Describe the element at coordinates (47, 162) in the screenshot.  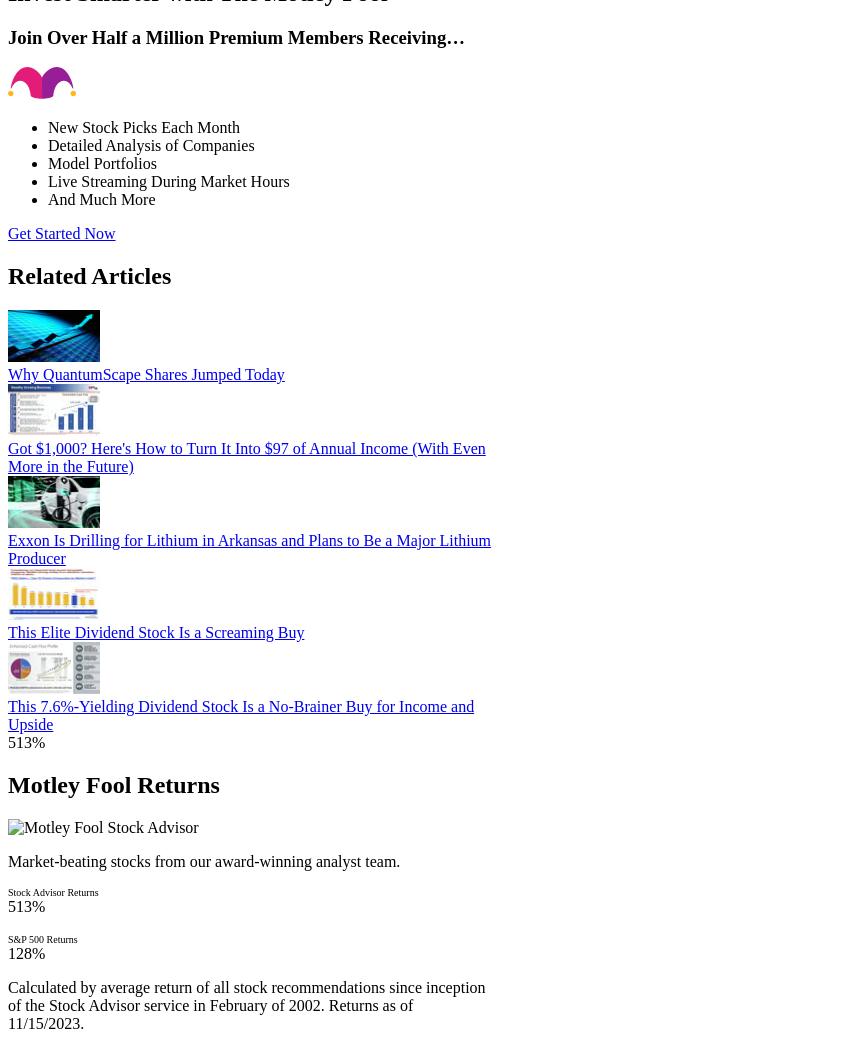
I see `'Model Portfolios'` at that location.